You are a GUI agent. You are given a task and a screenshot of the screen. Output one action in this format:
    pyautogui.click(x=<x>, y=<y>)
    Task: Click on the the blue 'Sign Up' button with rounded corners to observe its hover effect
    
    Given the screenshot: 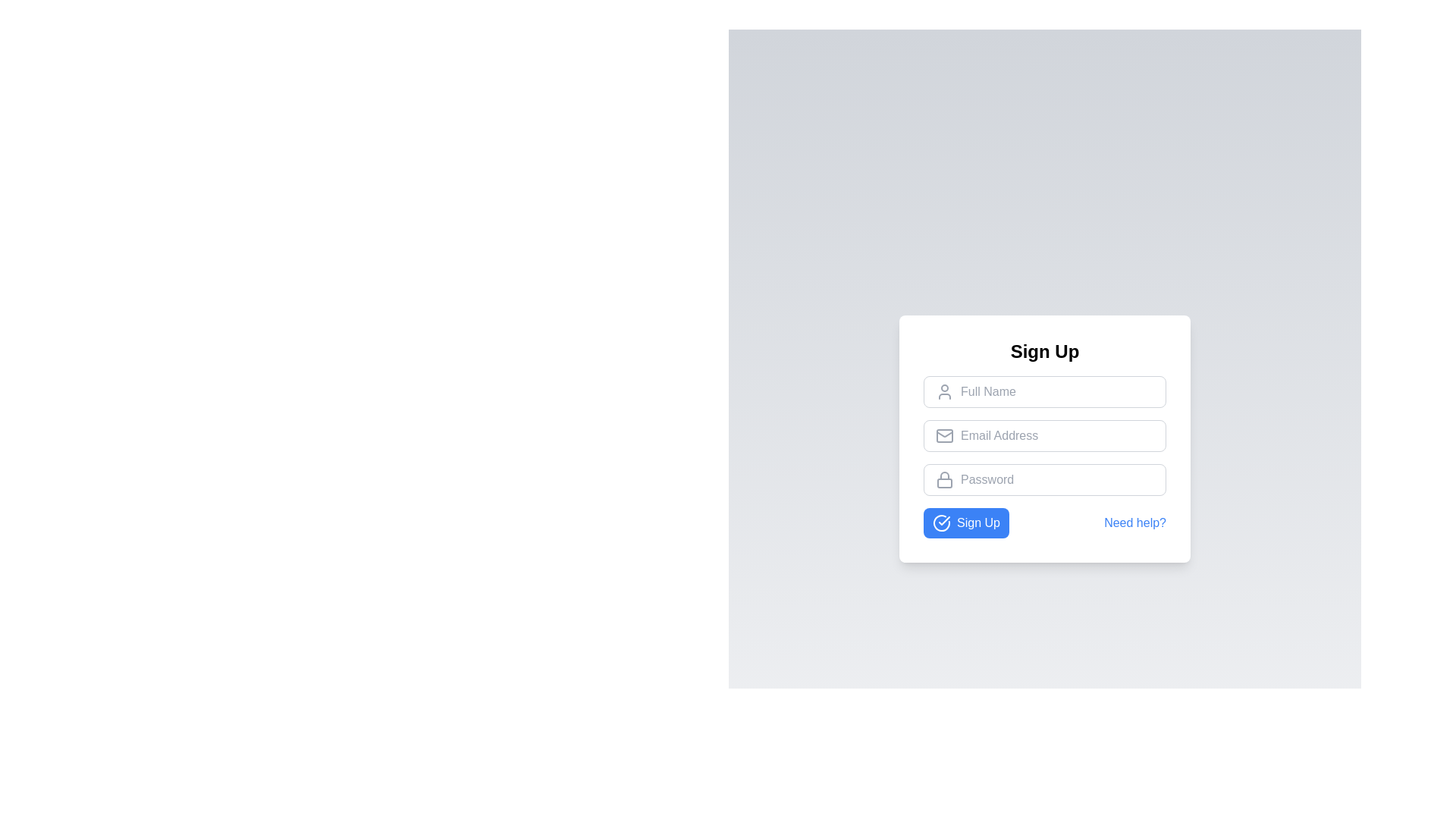 What is the action you would take?
    pyautogui.click(x=965, y=522)
    